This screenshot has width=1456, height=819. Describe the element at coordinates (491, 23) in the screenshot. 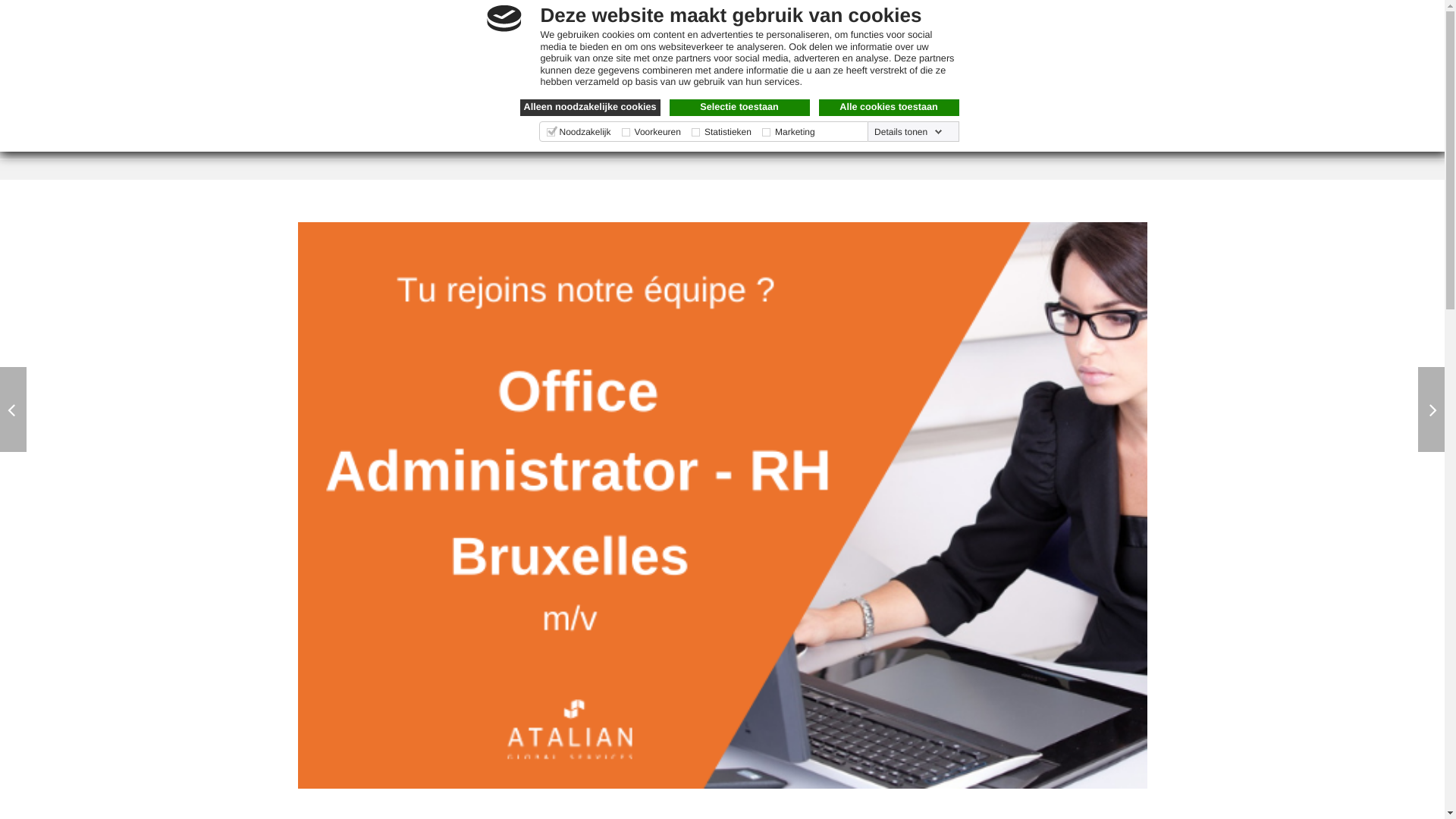

I see `'Nederlands'` at that location.